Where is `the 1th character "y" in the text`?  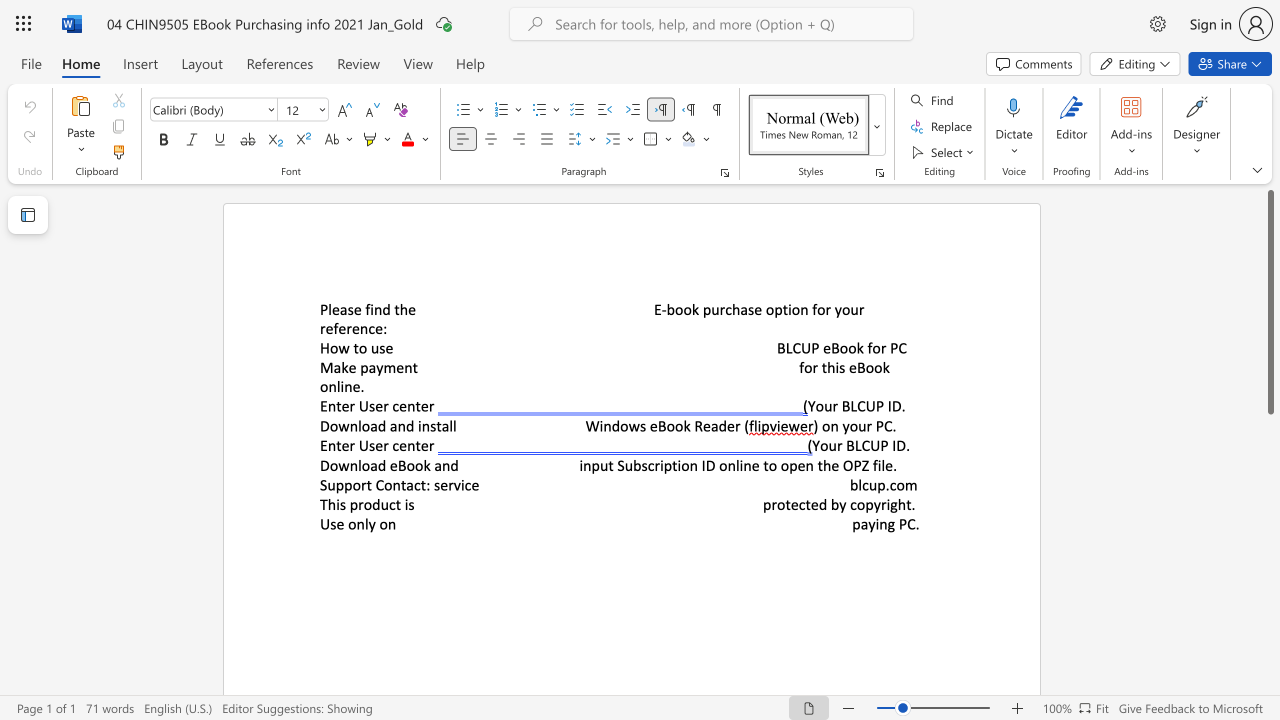 the 1th character "y" in the text is located at coordinates (846, 425).